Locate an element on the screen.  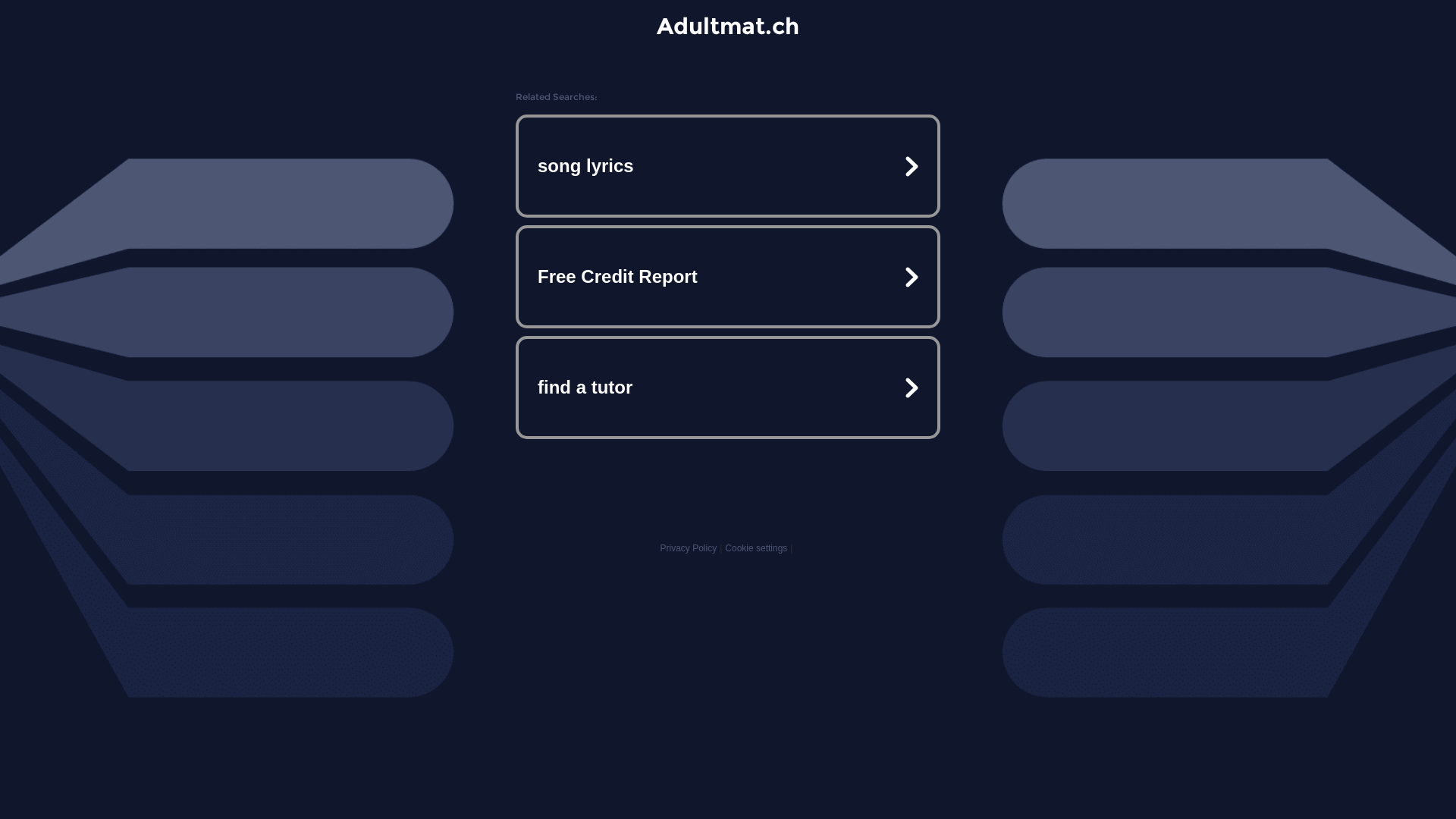
'Cookie settings' is located at coordinates (756, 548).